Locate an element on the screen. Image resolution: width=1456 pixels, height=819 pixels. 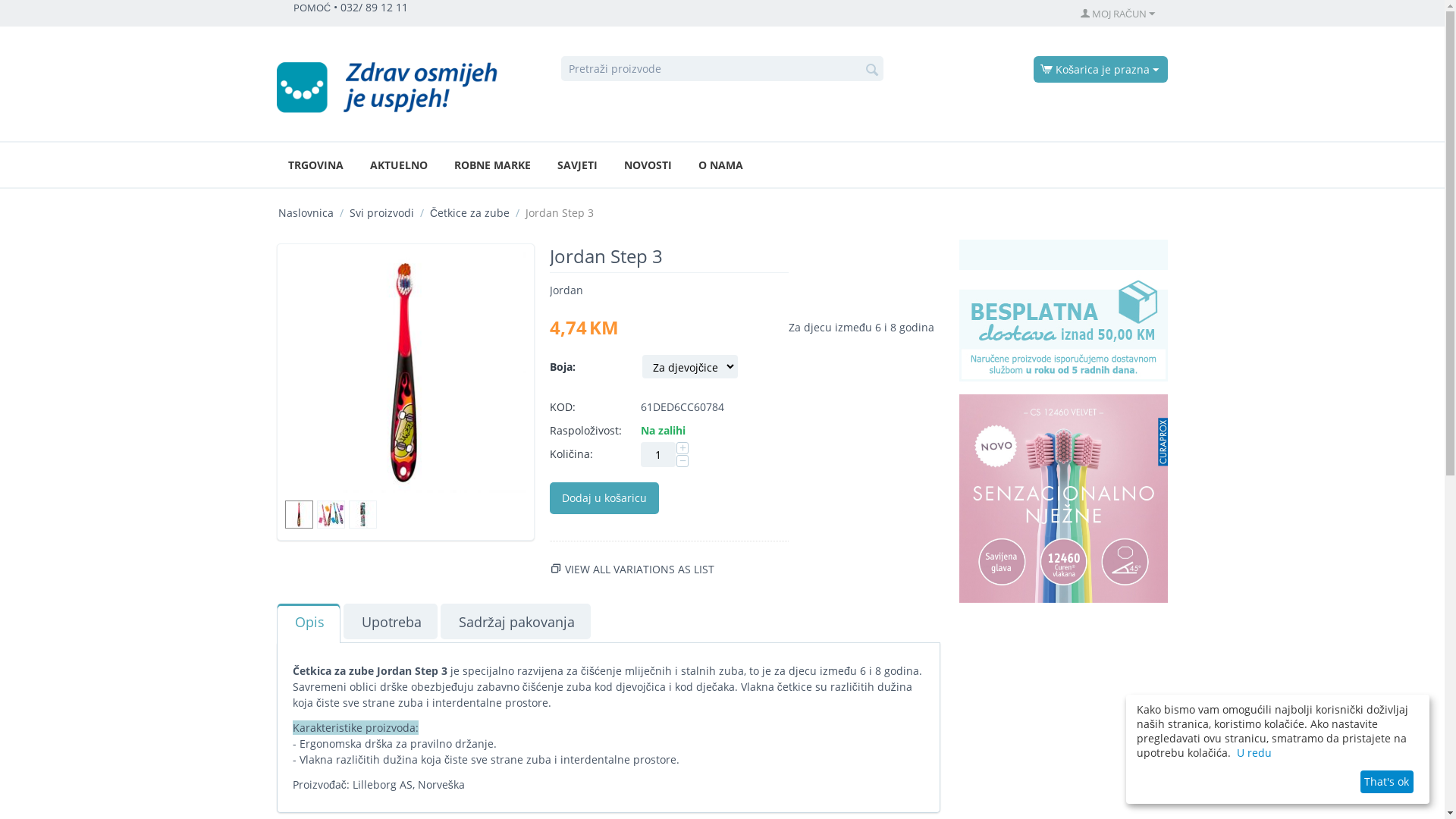
'AKTUELNO' is located at coordinates (358, 165).